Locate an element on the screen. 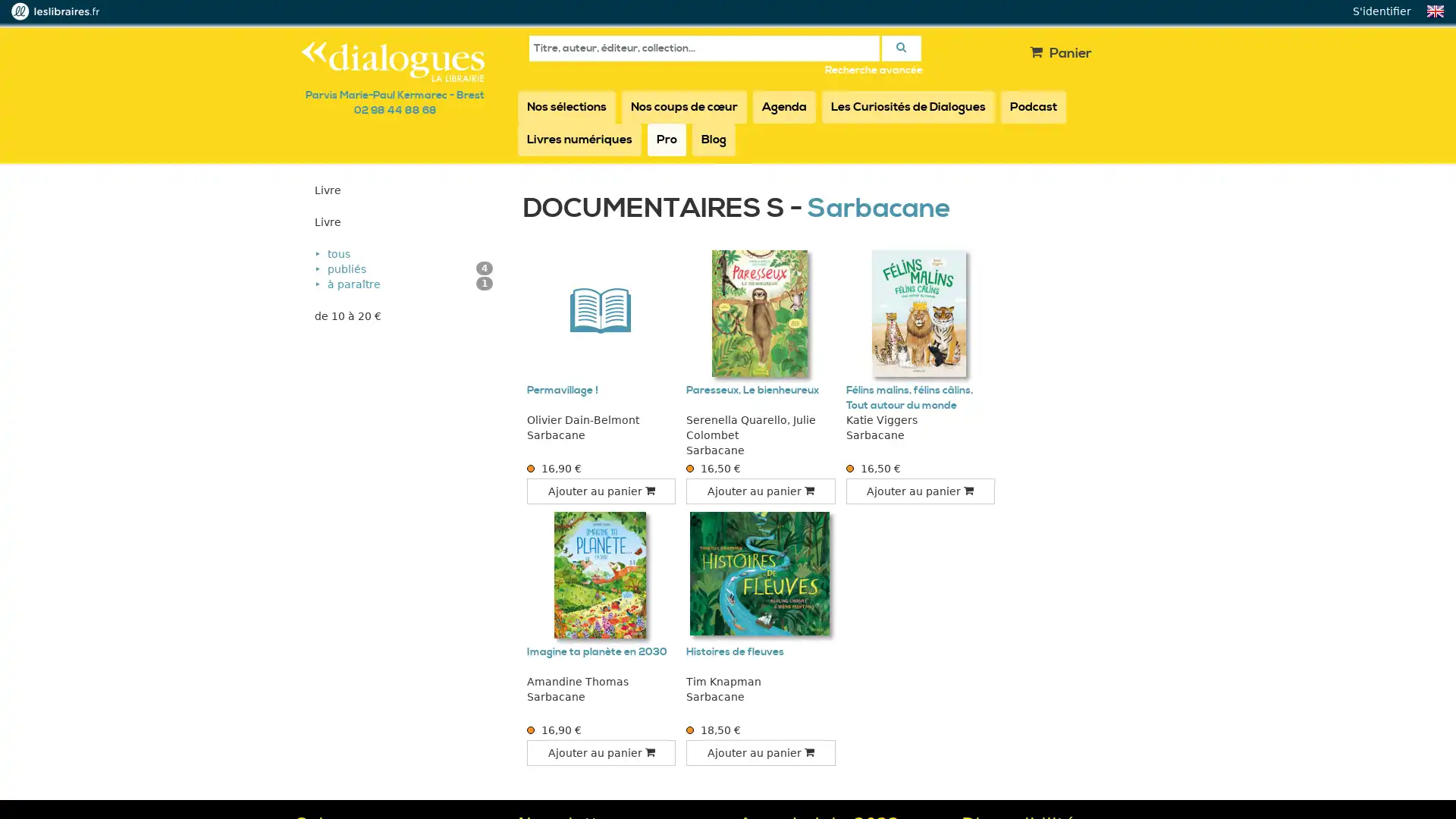  Ajouter au panier is located at coordinates (761, 752).